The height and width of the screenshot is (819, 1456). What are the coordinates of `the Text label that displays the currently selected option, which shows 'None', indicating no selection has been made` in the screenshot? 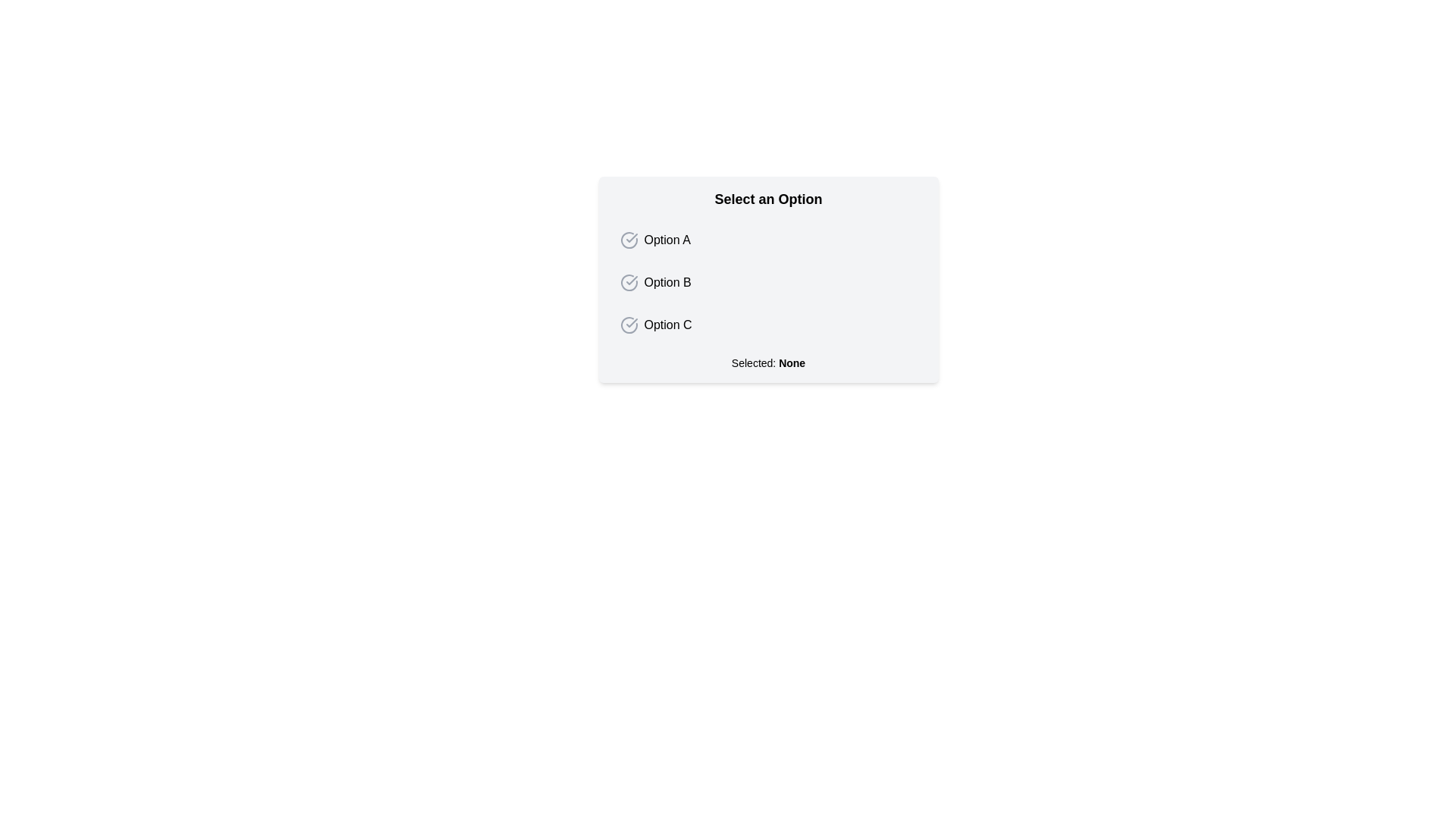 It's located at (768, 362).